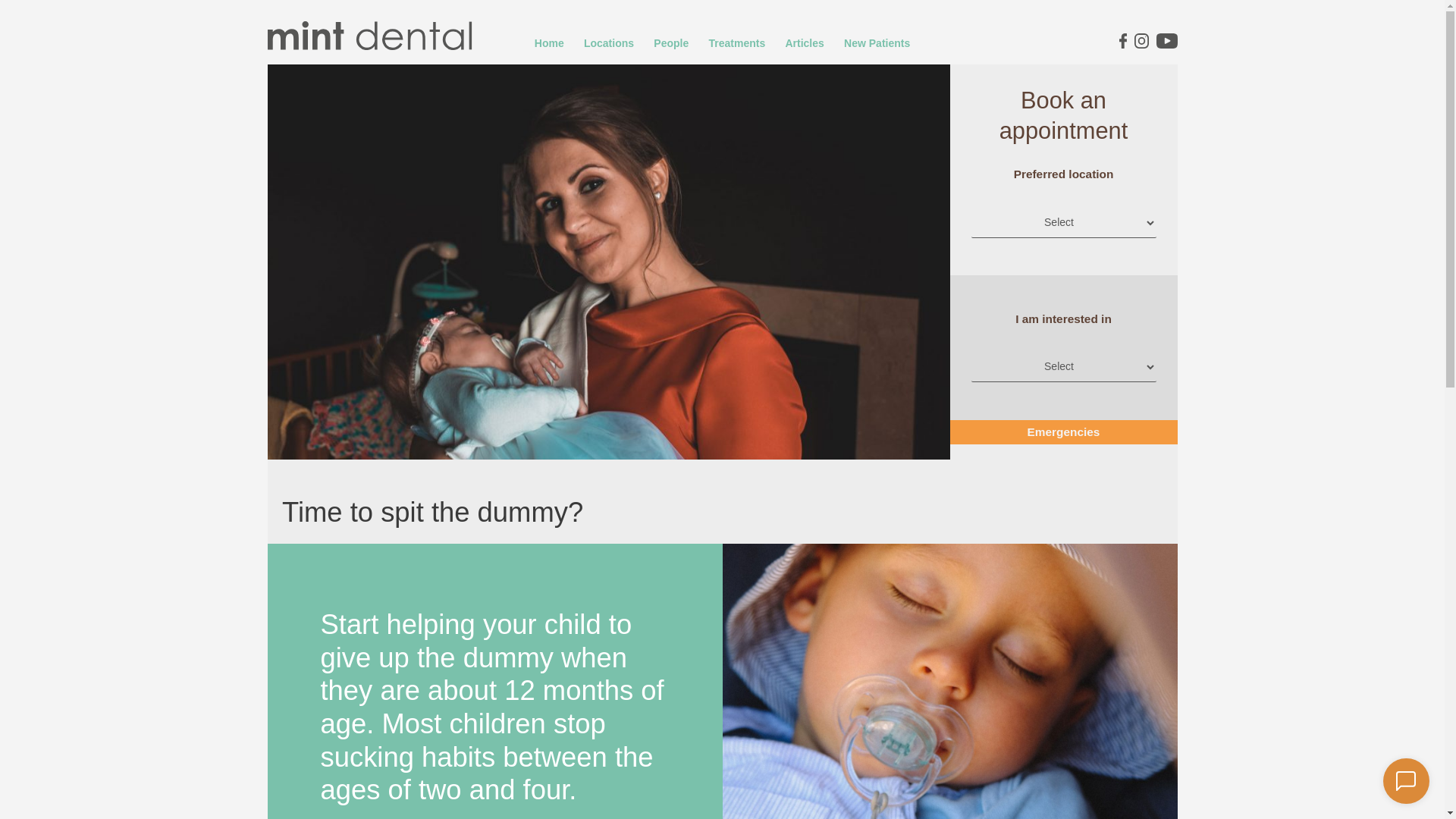 This screenshot has width=1456, height=819. I want to click on 'Emergencies', so click(959, 432).